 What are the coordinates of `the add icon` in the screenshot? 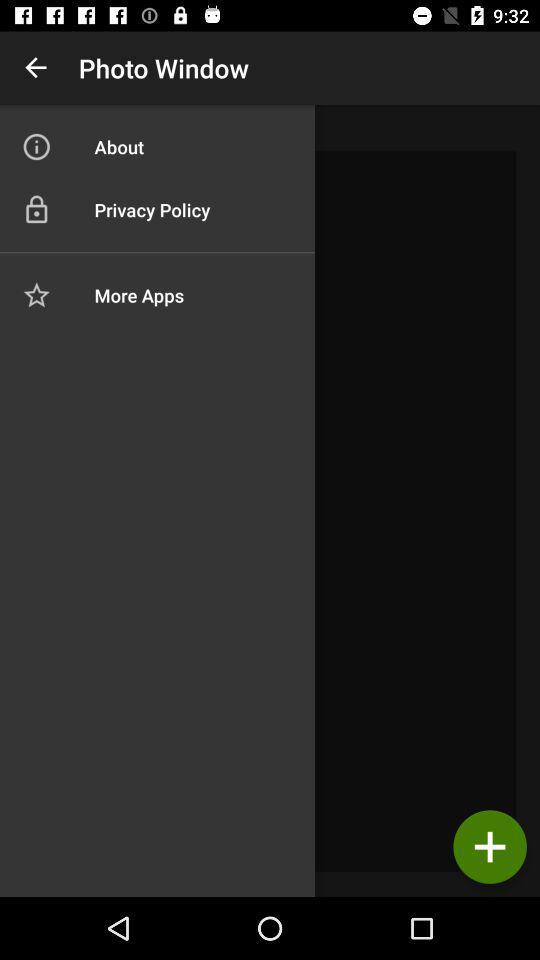 It's located at (489, 846).